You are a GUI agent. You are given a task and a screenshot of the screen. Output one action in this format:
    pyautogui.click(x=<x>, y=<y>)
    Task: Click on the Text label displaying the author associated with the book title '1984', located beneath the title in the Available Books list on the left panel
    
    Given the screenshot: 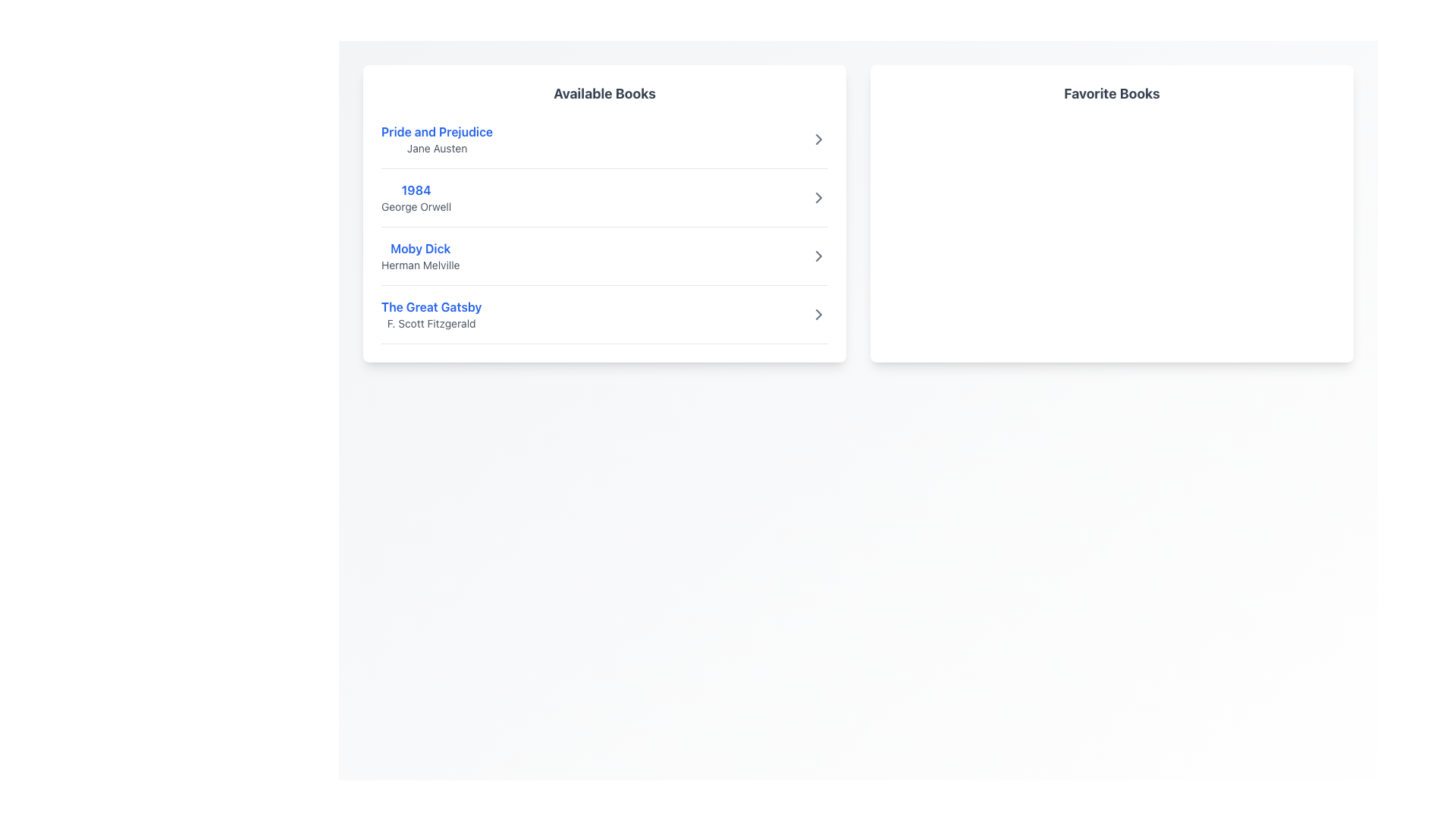 What is the action you would take?
    pyautogui.click(x=416, y=207)
    